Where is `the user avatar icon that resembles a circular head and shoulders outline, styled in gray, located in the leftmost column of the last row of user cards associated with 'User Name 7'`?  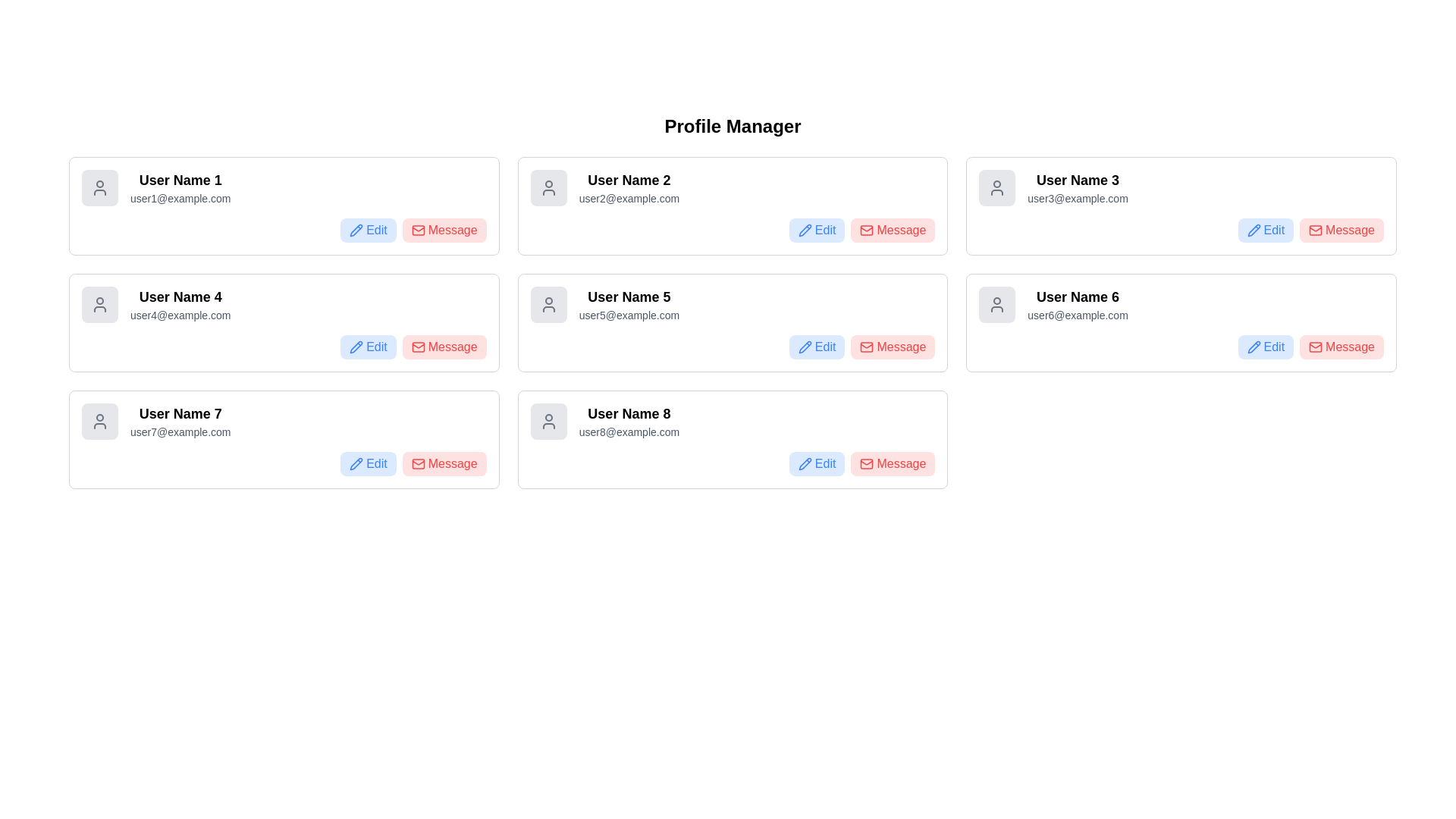 the user avatar icon that resembles a circular head and shoulders outline, styled in gray, located in the leftmost column of the last row of user cards associated with 'User Name 7' is located at coordinates (99, 421).